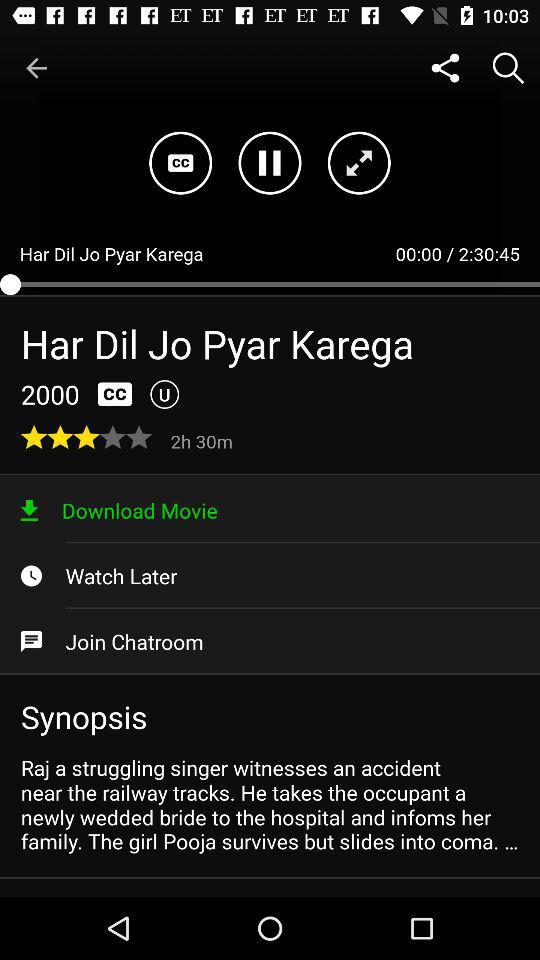  What do you see at coordinates (36, 68) in the screenshot?
I see `the item above har dil jo icon` at bounding box center [36, 68].